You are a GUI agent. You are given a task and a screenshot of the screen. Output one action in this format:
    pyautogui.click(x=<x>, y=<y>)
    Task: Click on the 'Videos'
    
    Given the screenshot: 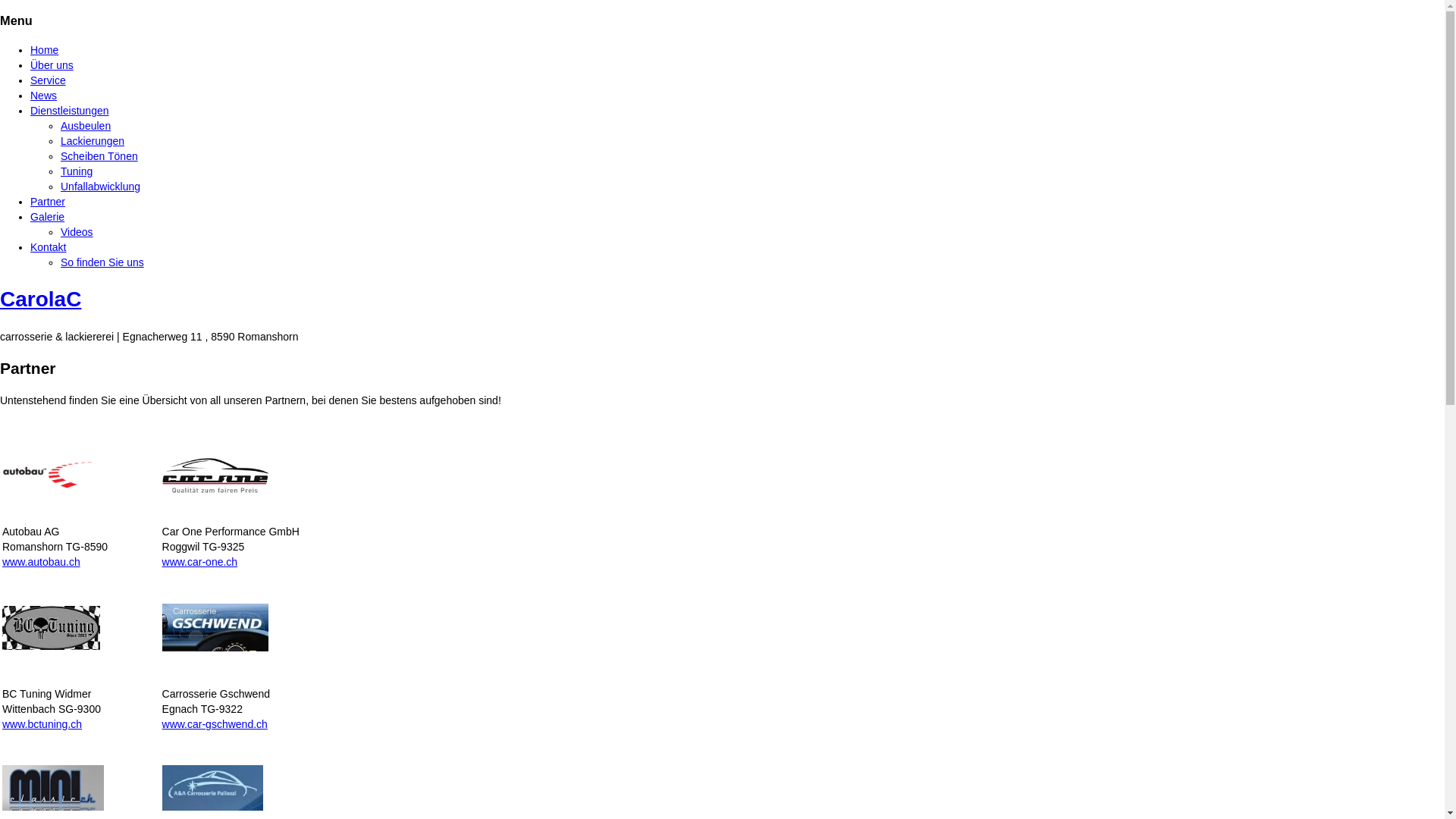 What is the action you would take?
    pyautogui.click(x=76, y=231)
    